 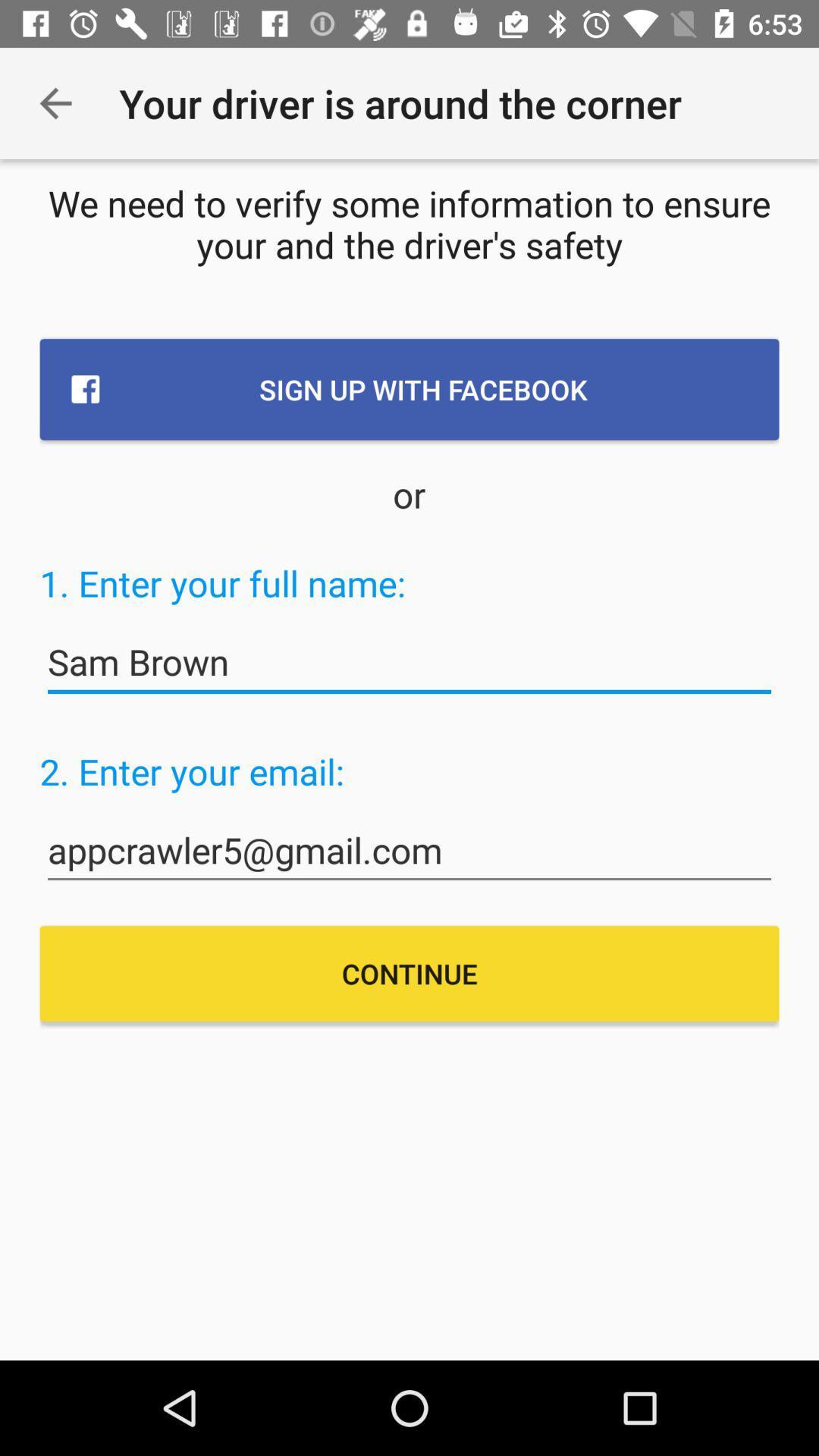 What do you see at coordinates (409, 851) in the screenshot?
I see `the item below the 2 enter your` at bounding box center [409, 851].